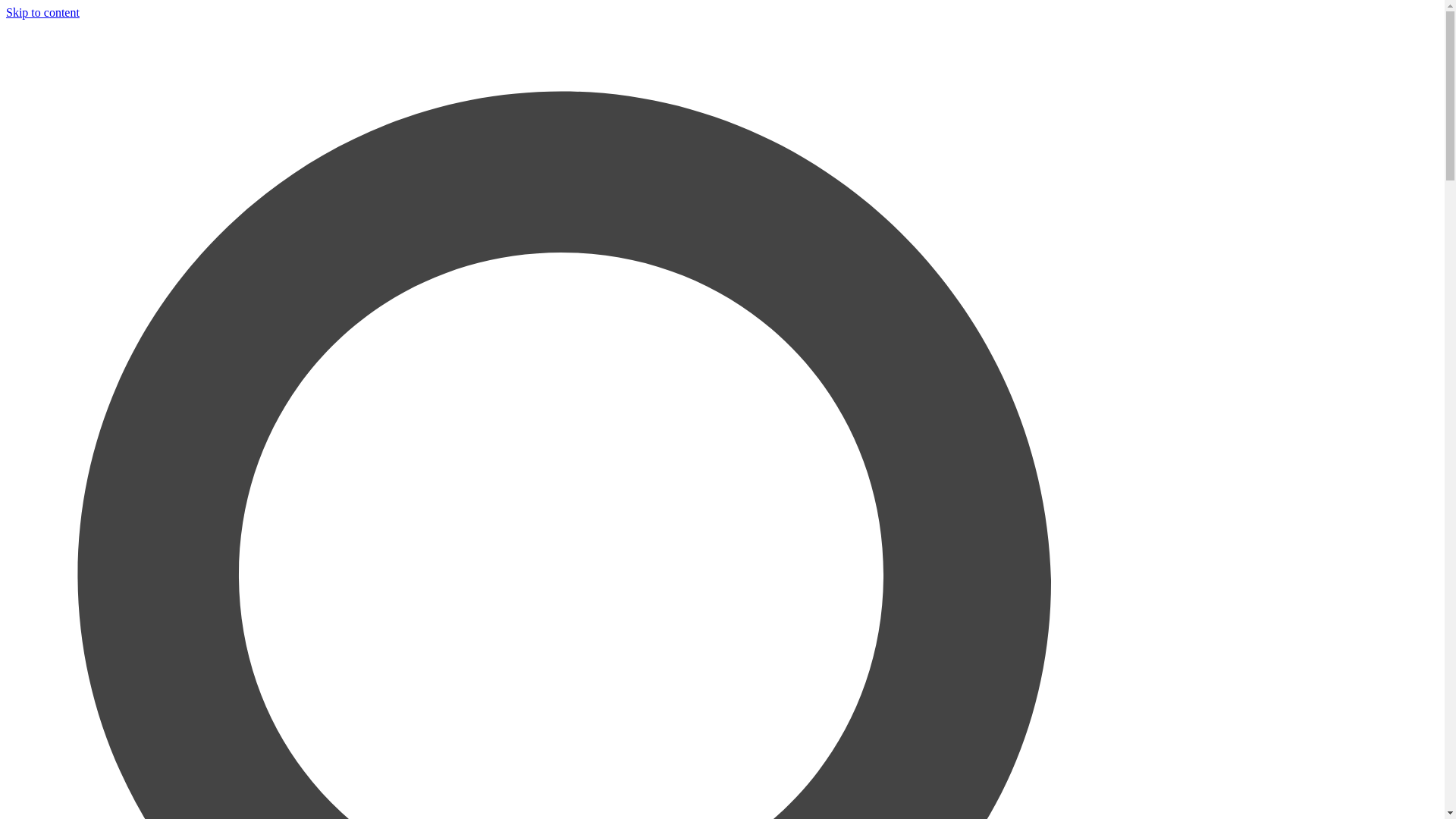 Image resolution: width=1456 pixels, height=819 pixels. Describe the element at coordinates (42, 12) in the screenshot. I see `'Skip to content'` at that location.